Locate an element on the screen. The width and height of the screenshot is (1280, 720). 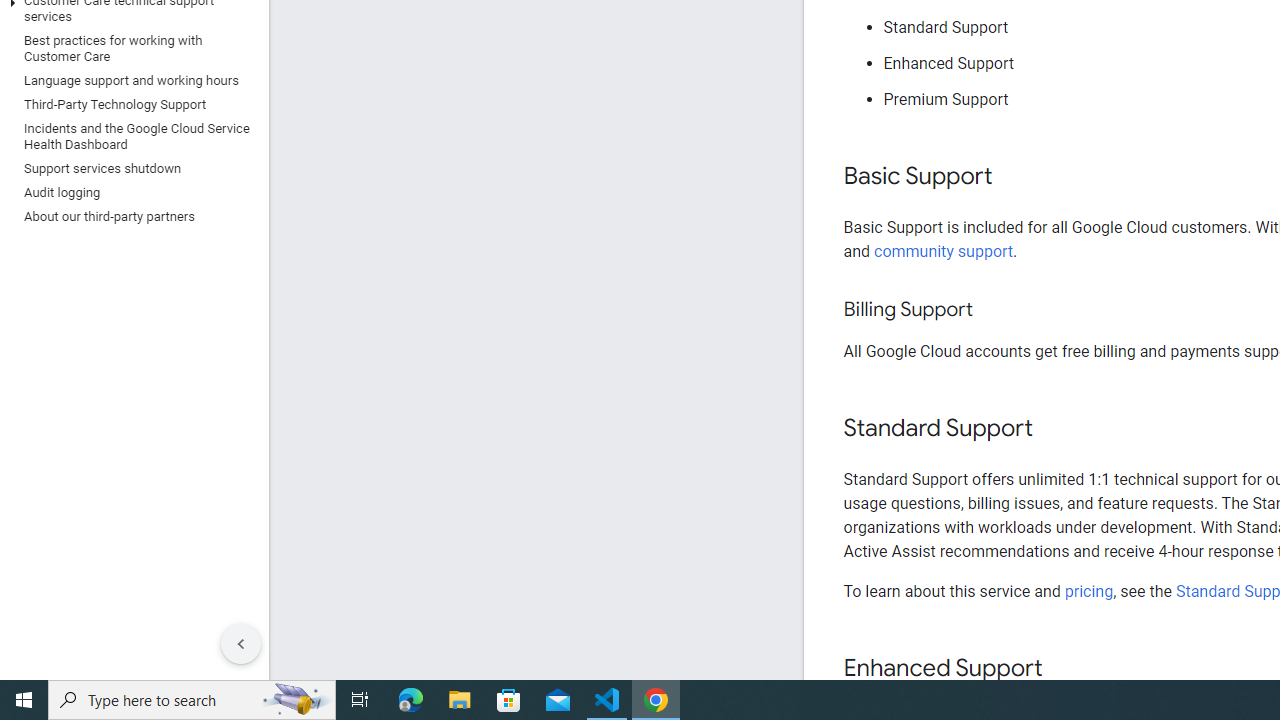
'Third-Party Technology Support' is located at coordinates (129, 104).